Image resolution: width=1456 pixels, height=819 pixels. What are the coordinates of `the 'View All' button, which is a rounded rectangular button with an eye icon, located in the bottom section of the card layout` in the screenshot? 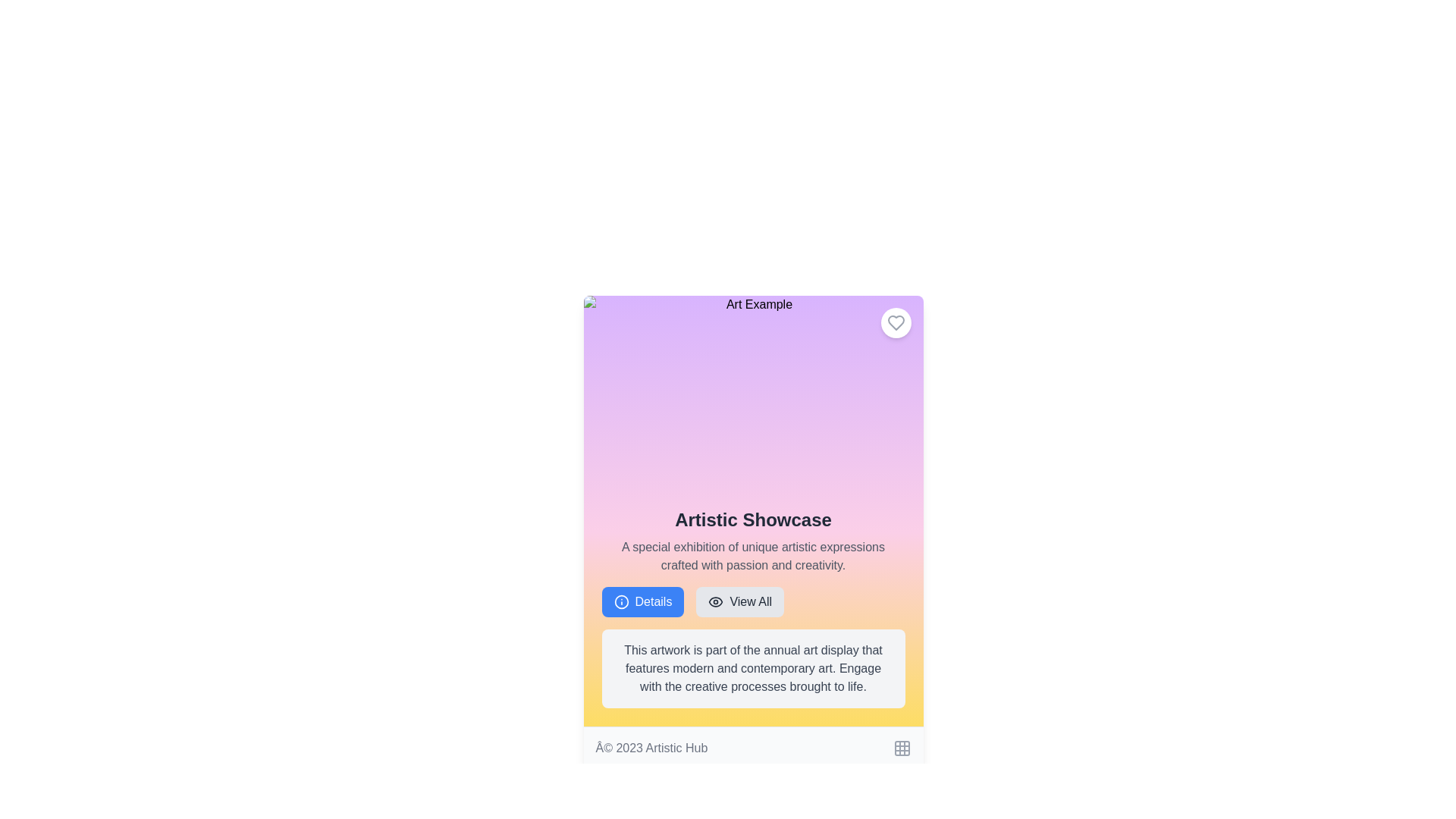 It's located at (739, 601).